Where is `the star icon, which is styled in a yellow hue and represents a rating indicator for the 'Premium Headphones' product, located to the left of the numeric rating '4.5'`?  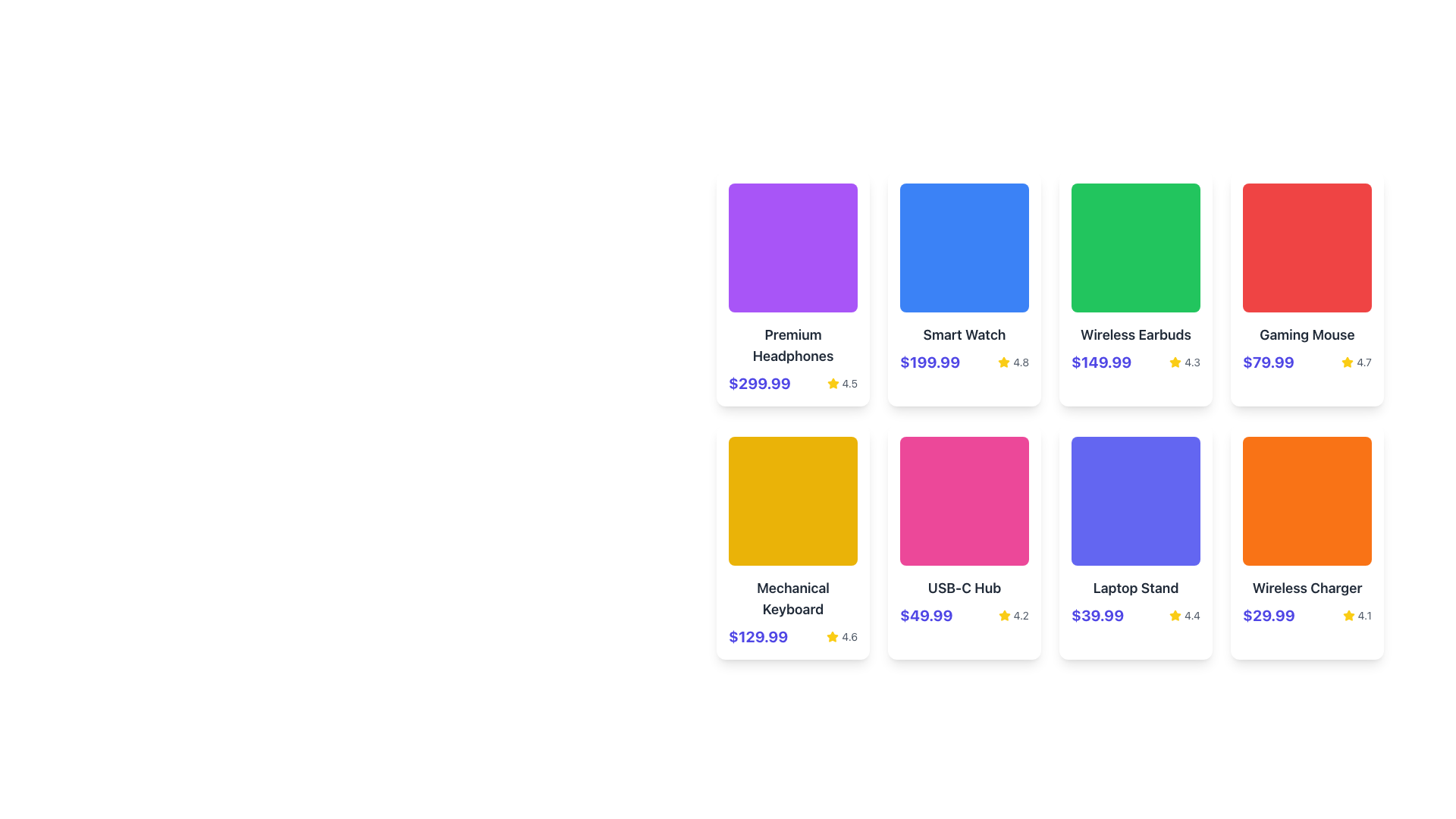
the star icon, which is styled in a yellow hue and represents a rating indicator for the 'Premium Headphones' product, located to the left of the numeric rating '4.5' is located at coordinates (832, 382).